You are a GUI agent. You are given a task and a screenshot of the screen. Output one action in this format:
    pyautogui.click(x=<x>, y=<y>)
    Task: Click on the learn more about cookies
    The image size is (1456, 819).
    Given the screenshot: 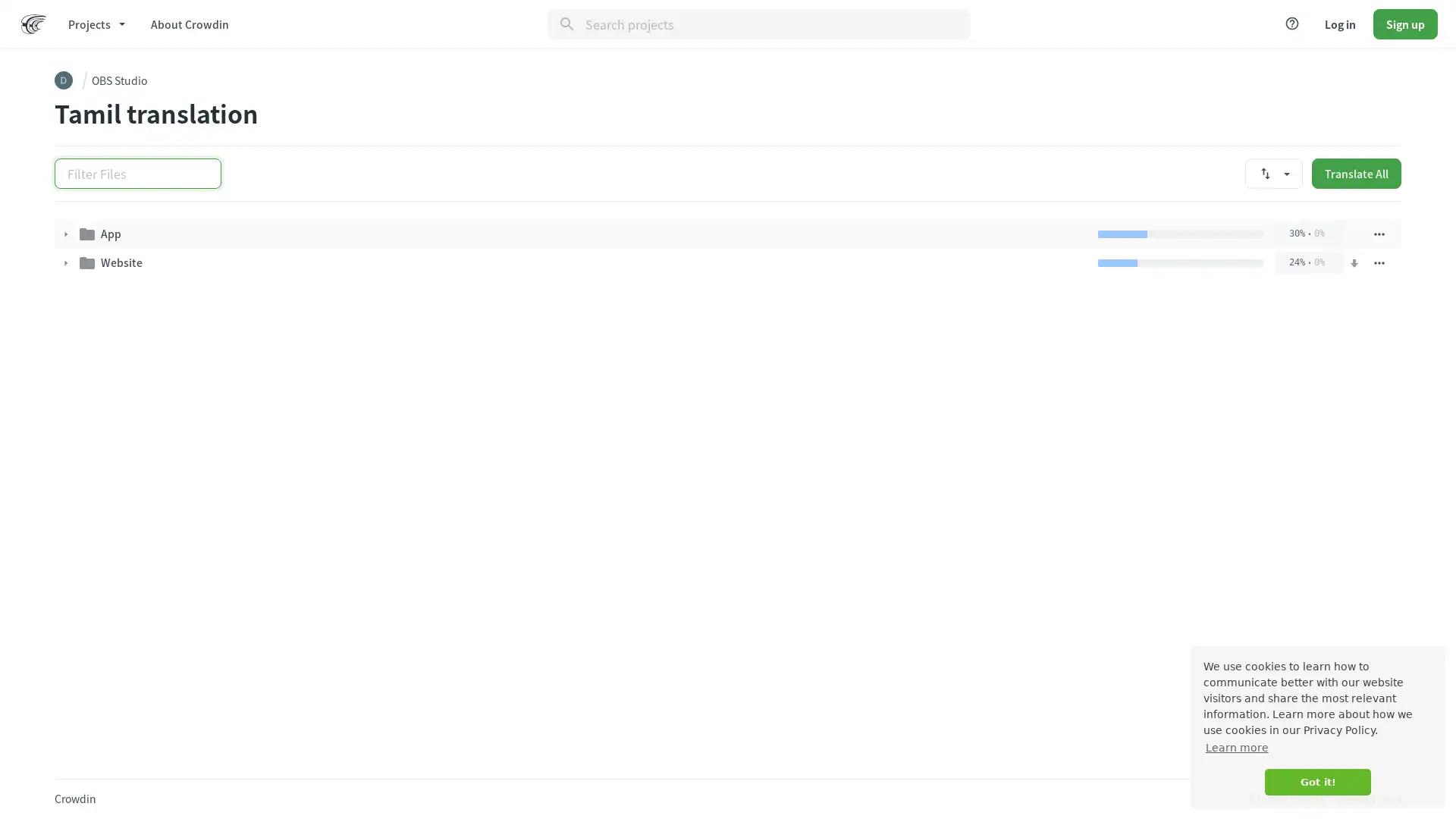 What is the action you would take?
    pyautogui.click(x=1236, y=747)
    